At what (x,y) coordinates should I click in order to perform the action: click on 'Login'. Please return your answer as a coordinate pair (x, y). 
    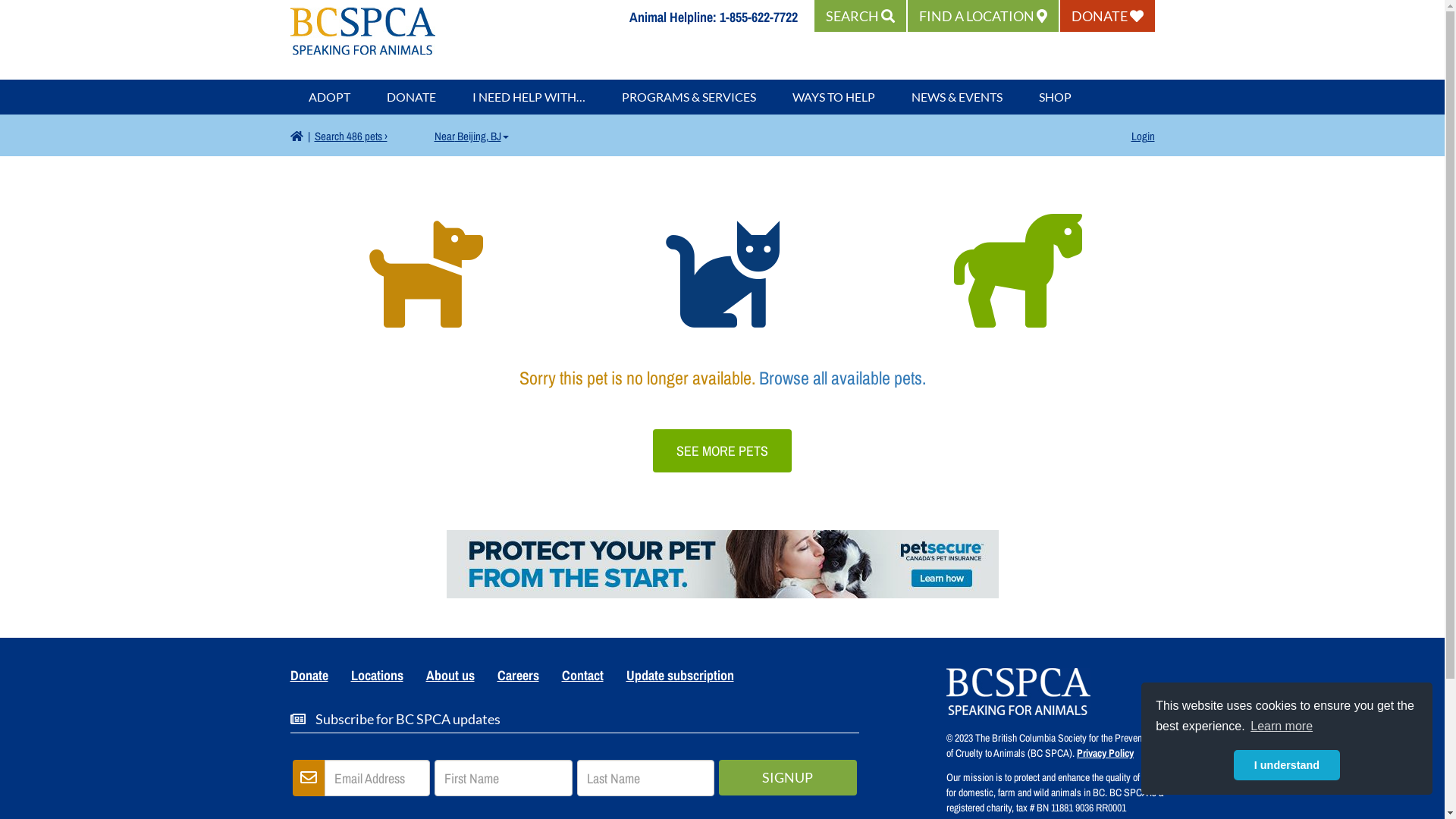
    Looking at the image, I should click on (1131, 135).